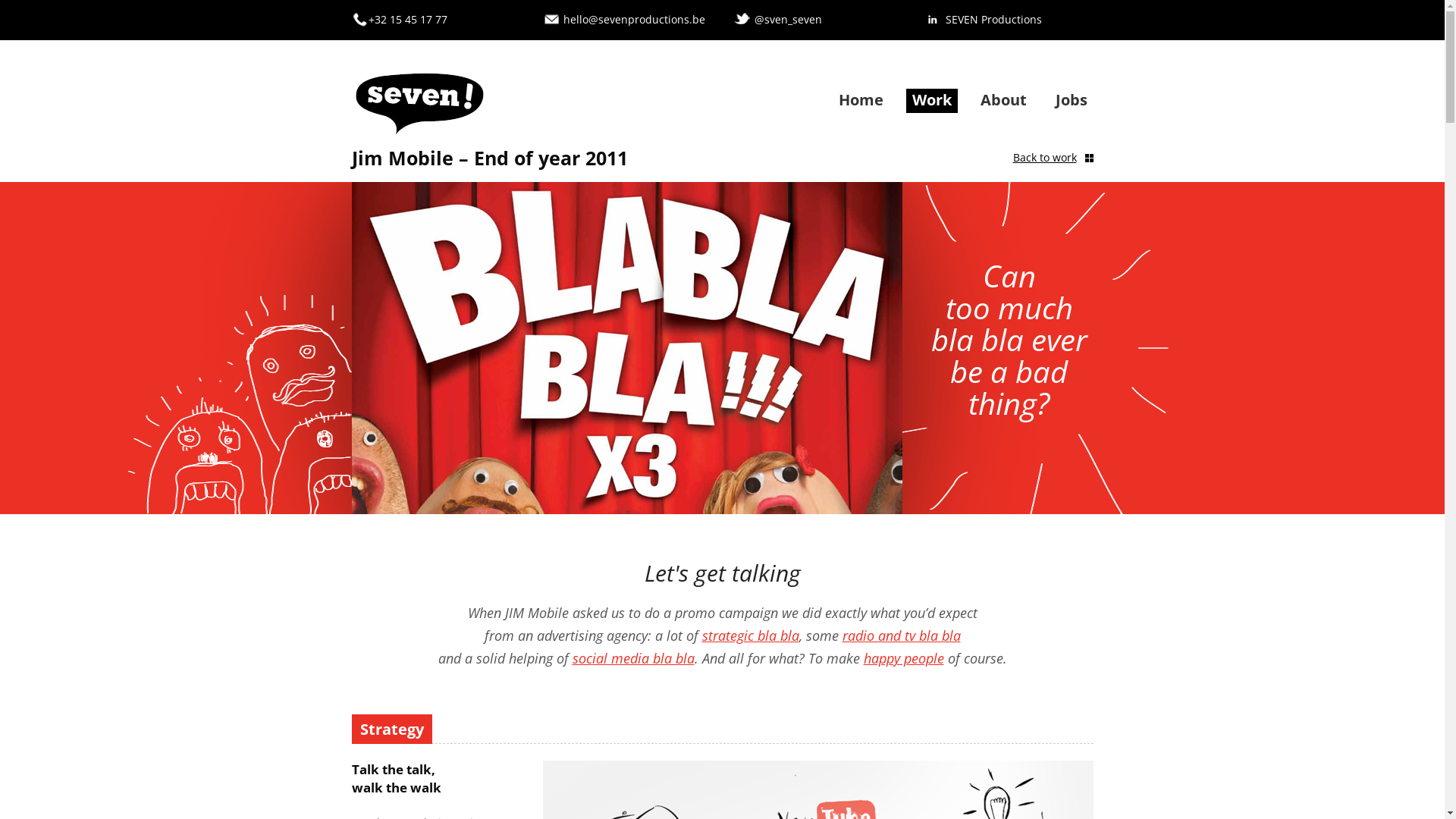 The height and width of the screenshot is (819, 1456). What do you see at coordinates (750, 635) in the screenshot?
I see `'strategic bla bla'` at bounding box center [750, 635].